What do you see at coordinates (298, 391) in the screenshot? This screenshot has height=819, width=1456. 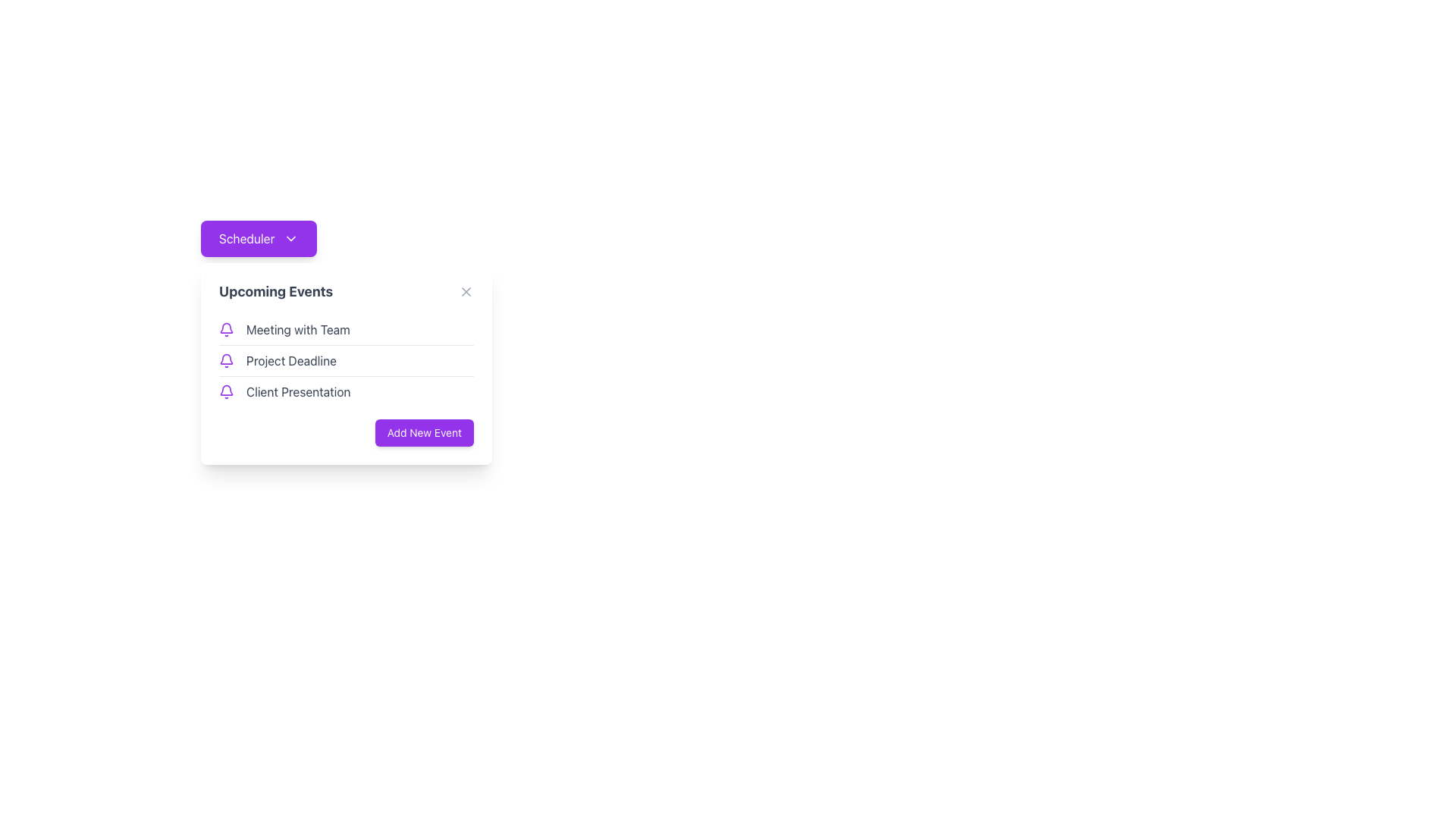 I see `the text label displaying the title of an event, which is the third item` at bounding box center [298, 391].